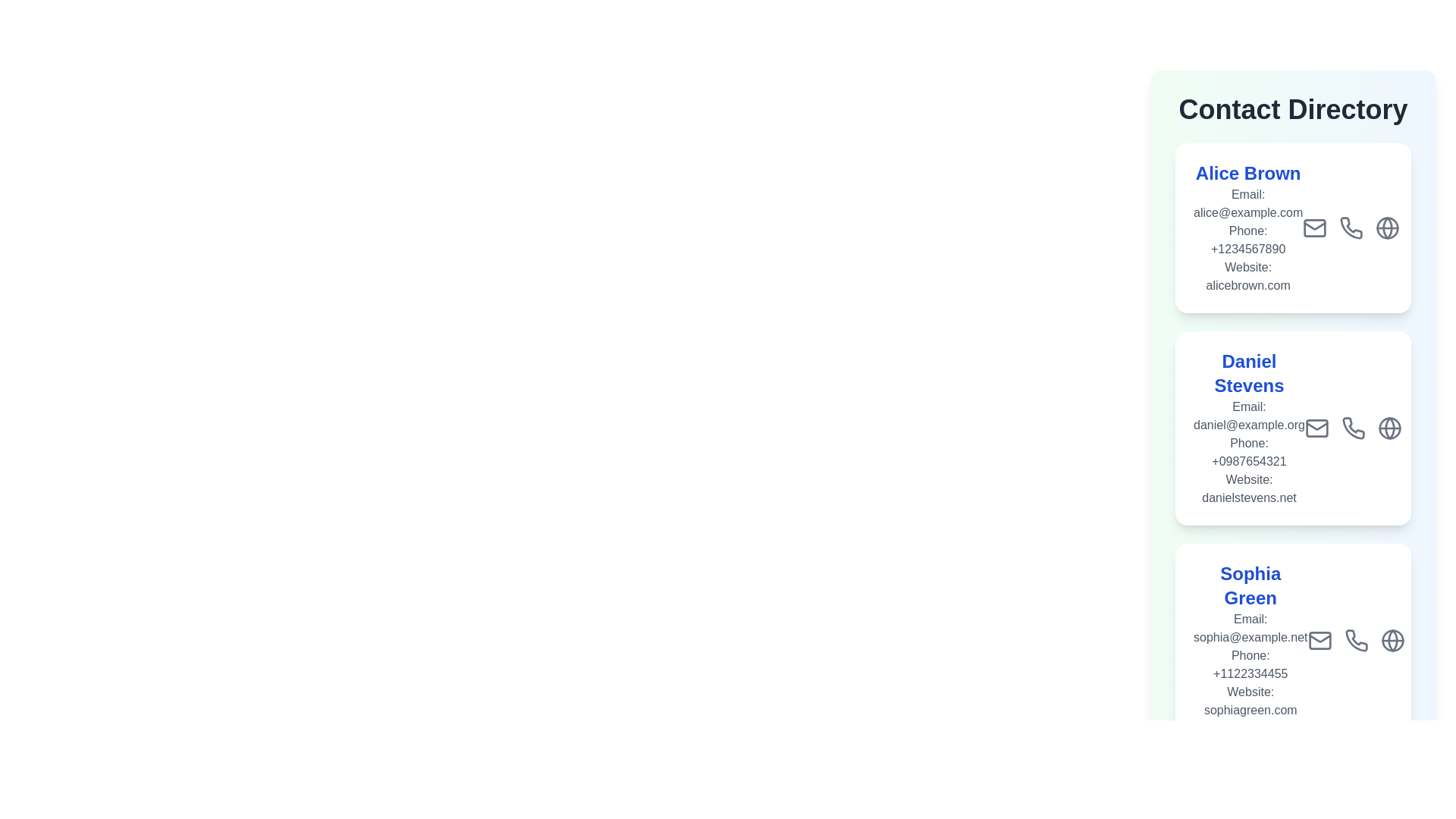  Describe the element at coordinates (1354, 428) in the screenshot. I see `the phone icon for the contact Daniel Stevens` at that location.